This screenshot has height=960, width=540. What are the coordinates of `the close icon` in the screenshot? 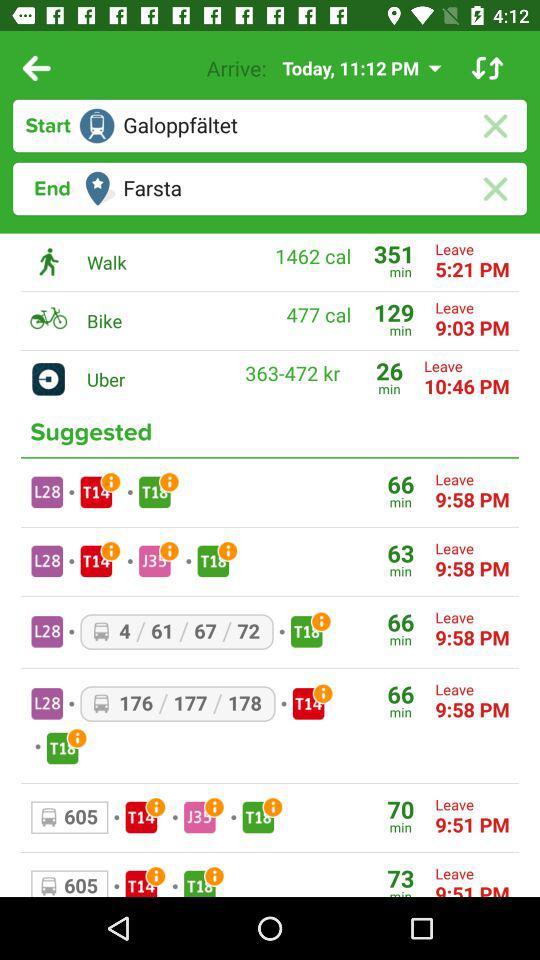 It's located at (494, 189).